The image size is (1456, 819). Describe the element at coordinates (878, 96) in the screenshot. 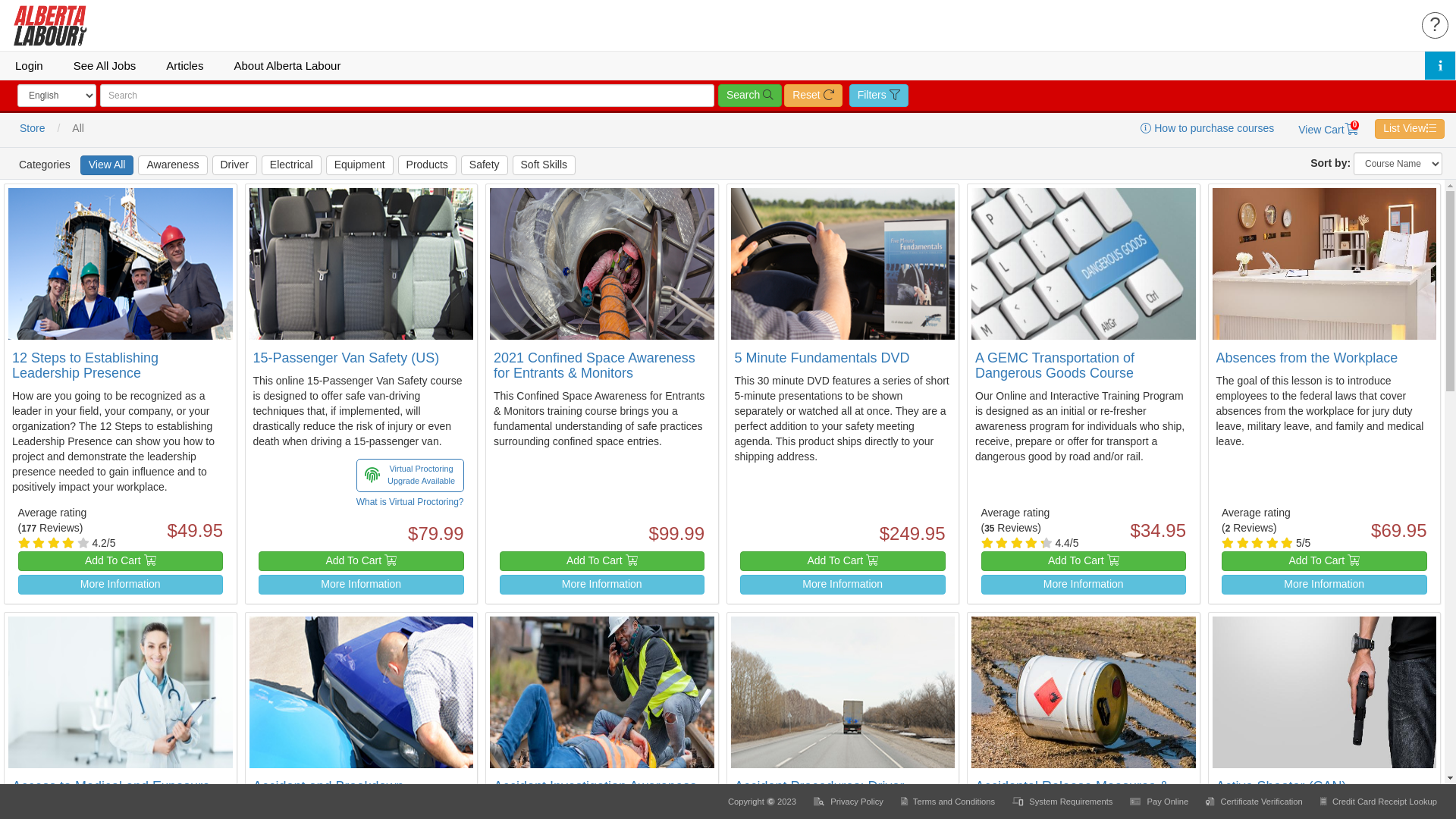

I see `'Filters'` at that location.